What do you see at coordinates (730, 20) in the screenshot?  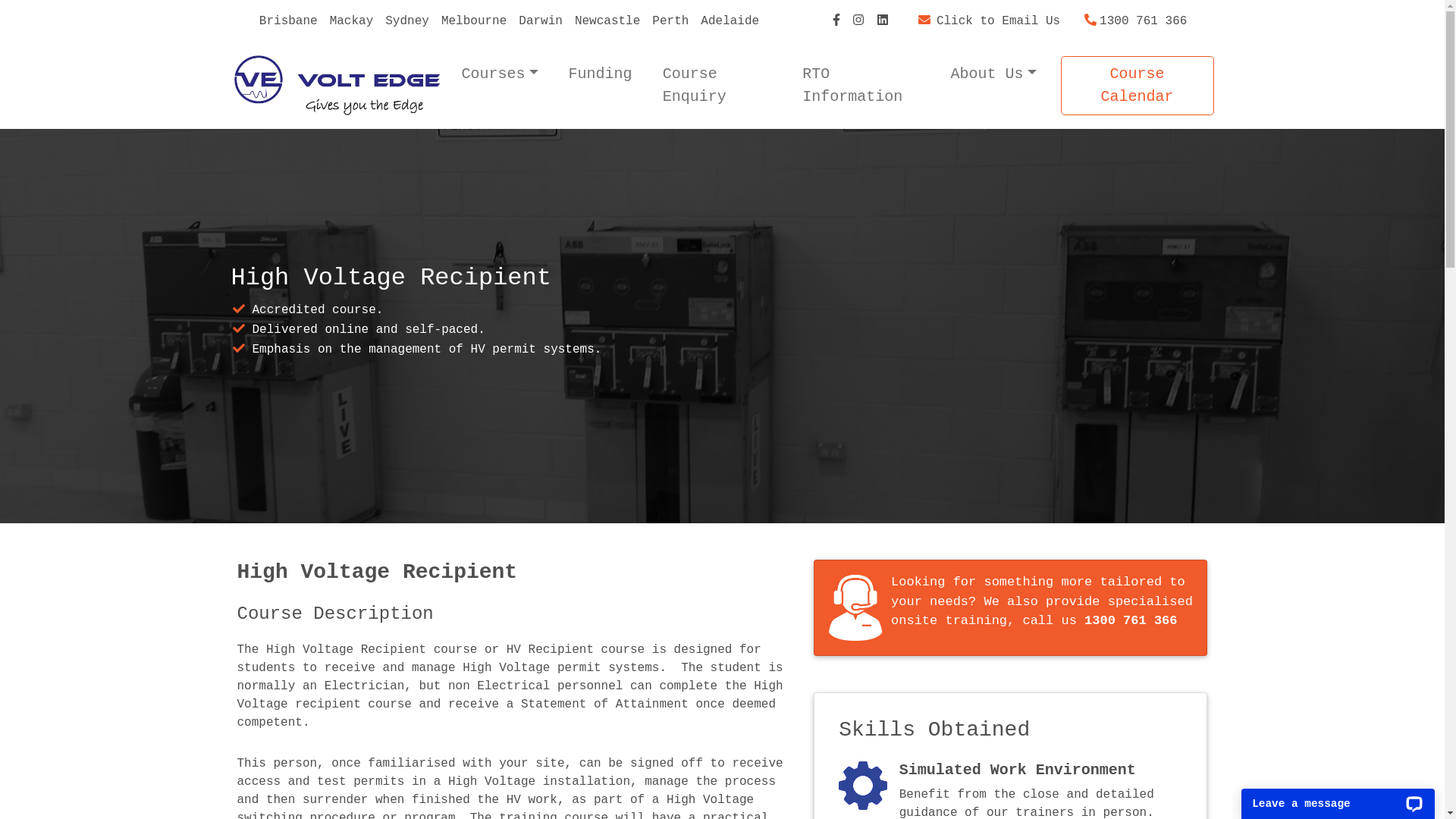 I see `'Adelaide'` at bounding box center [730, 20].